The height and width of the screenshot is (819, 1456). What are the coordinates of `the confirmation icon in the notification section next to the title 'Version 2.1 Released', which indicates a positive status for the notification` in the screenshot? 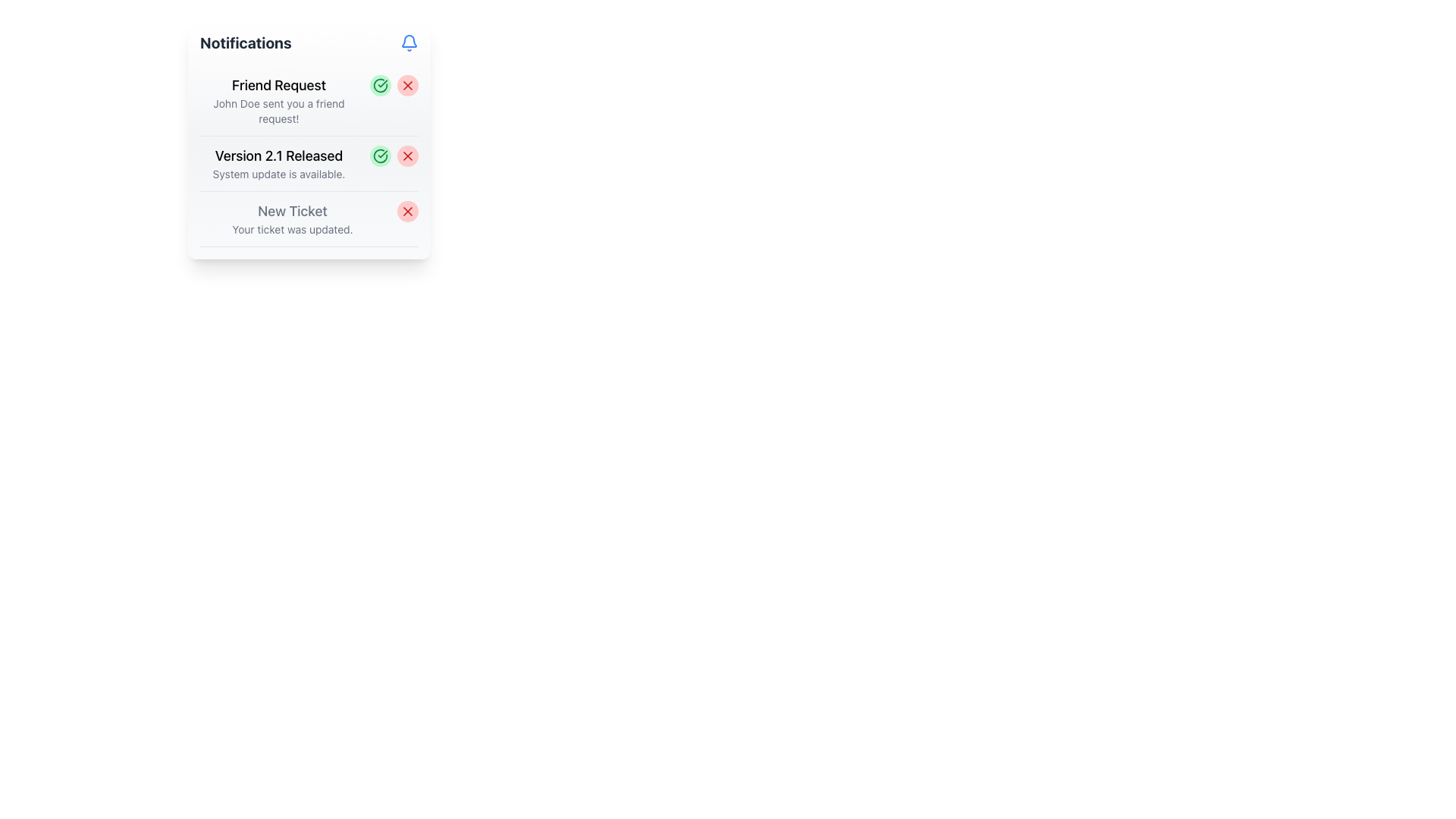 It's located at (381, 155).